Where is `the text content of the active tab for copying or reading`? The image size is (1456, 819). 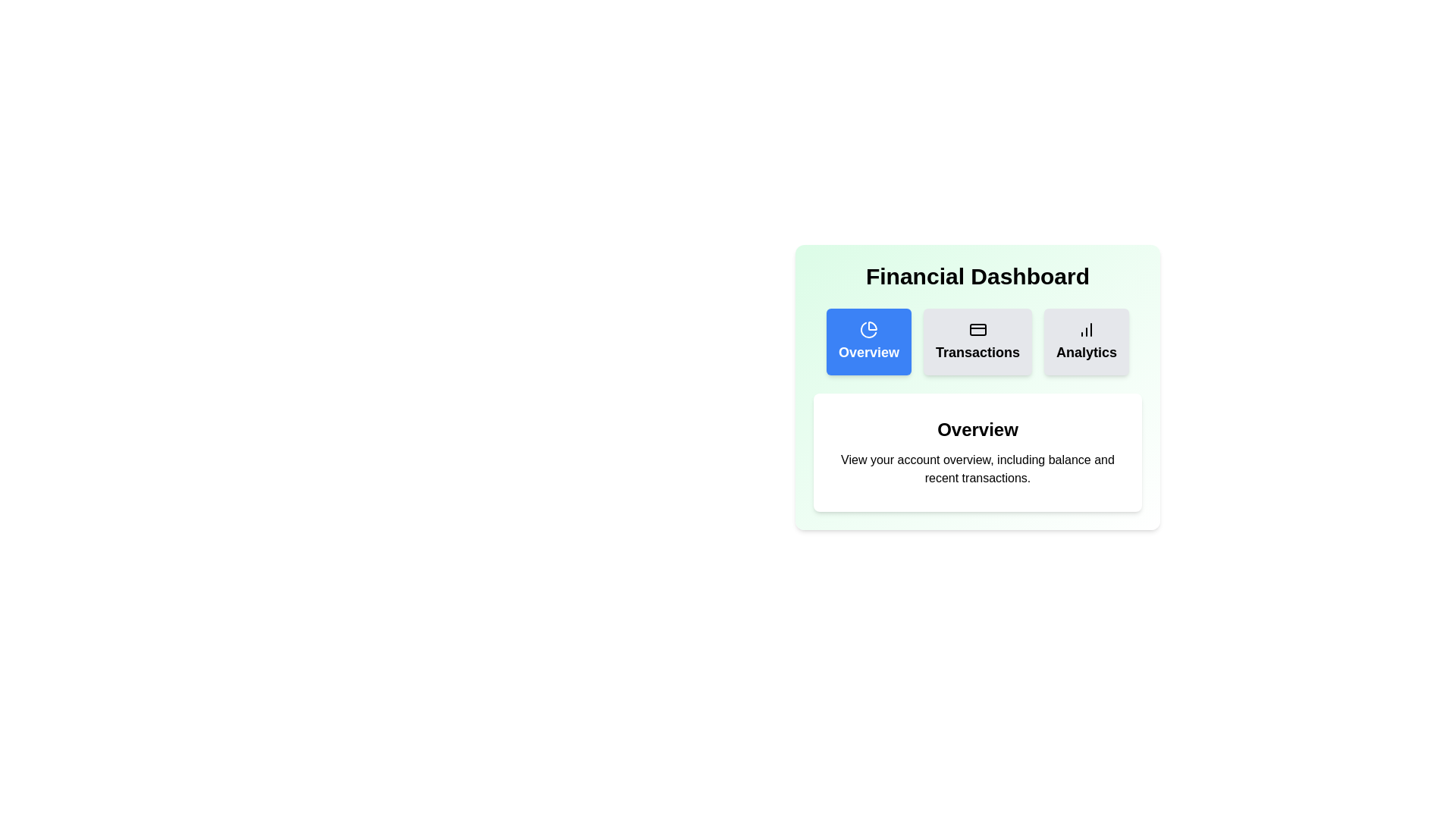
the text content of the active tab for copying or reading is located at coordinates (836, 418).